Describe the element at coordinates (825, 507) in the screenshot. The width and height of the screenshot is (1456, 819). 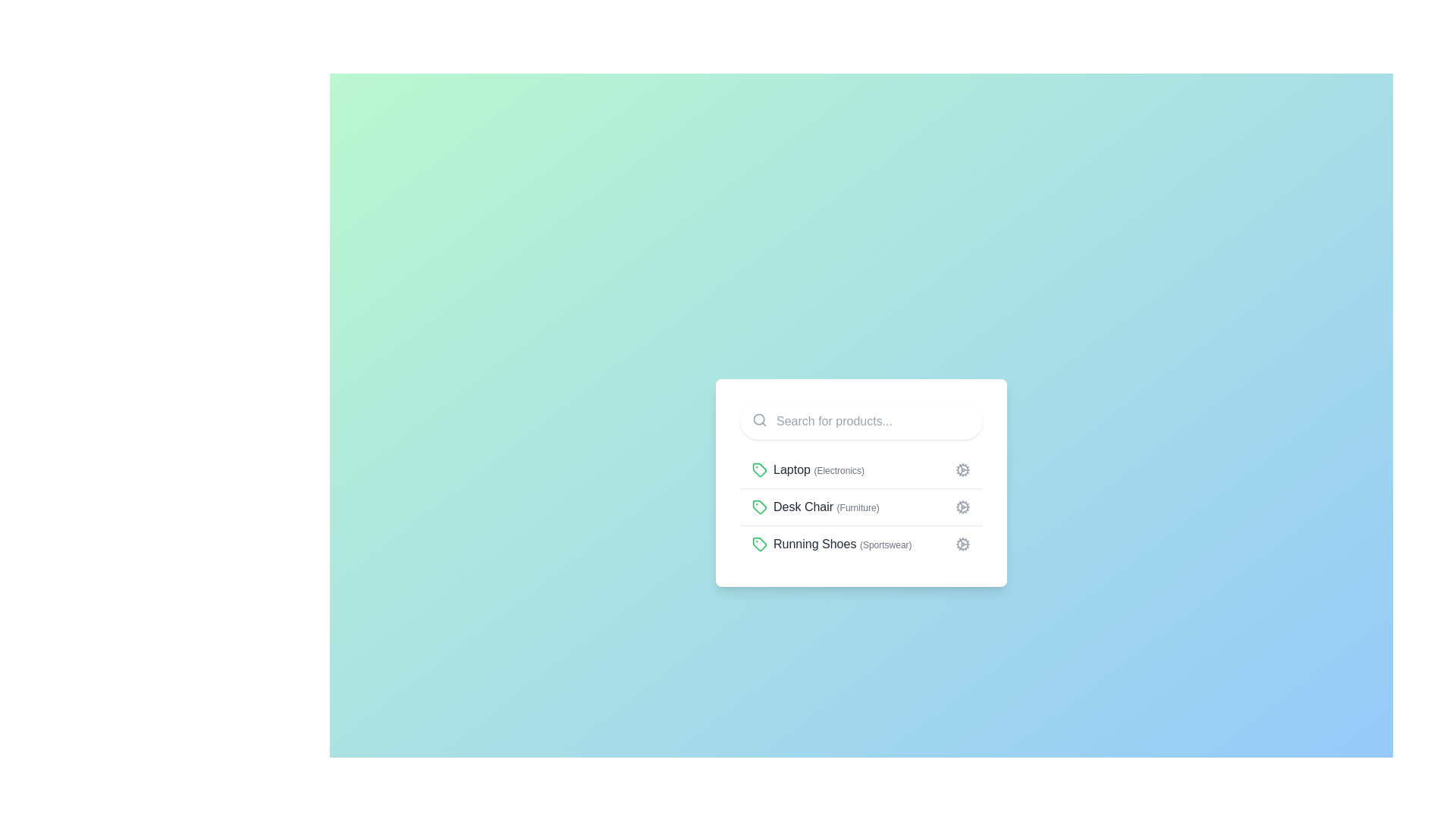
I see `the text label displaying 'Desk Chair (Furniture)', which is the second item in a vertical list` at that location.